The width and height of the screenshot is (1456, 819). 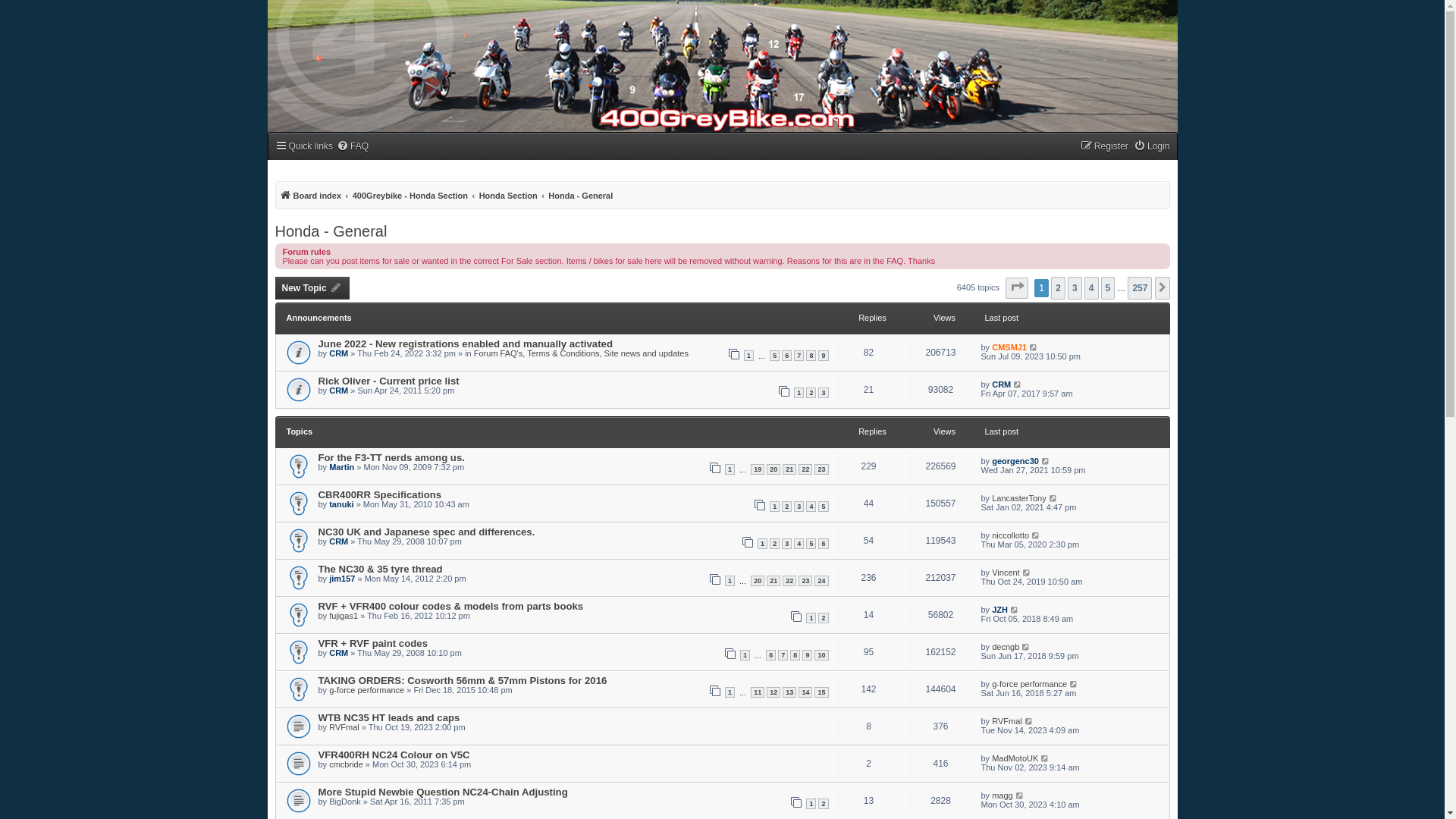 What do you see at coordinates (1024, 720) in the screenshot?
I see `'Go to last post'` at bounding box center [1024, 720].